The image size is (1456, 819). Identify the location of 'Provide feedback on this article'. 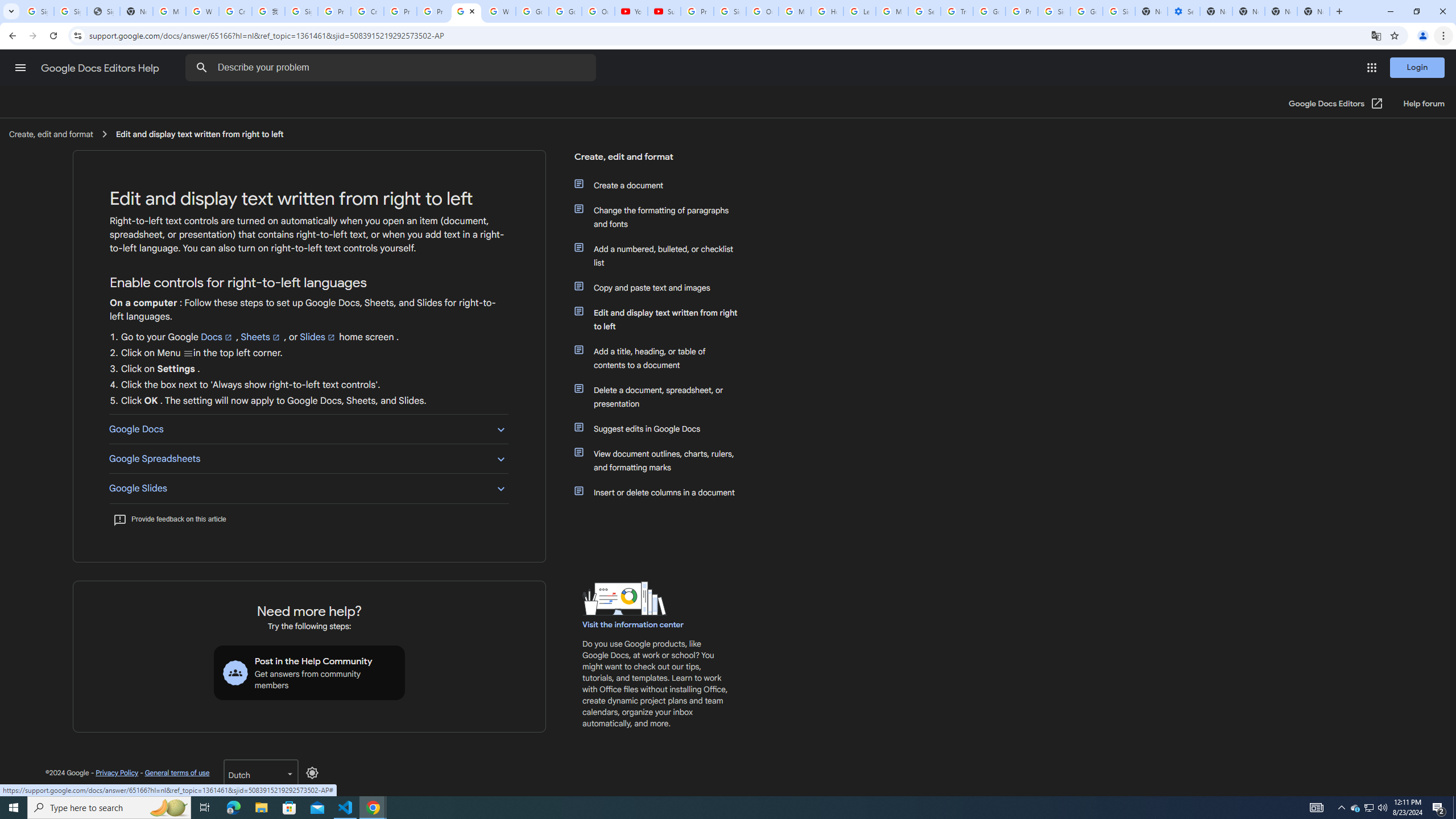
(169, 518).